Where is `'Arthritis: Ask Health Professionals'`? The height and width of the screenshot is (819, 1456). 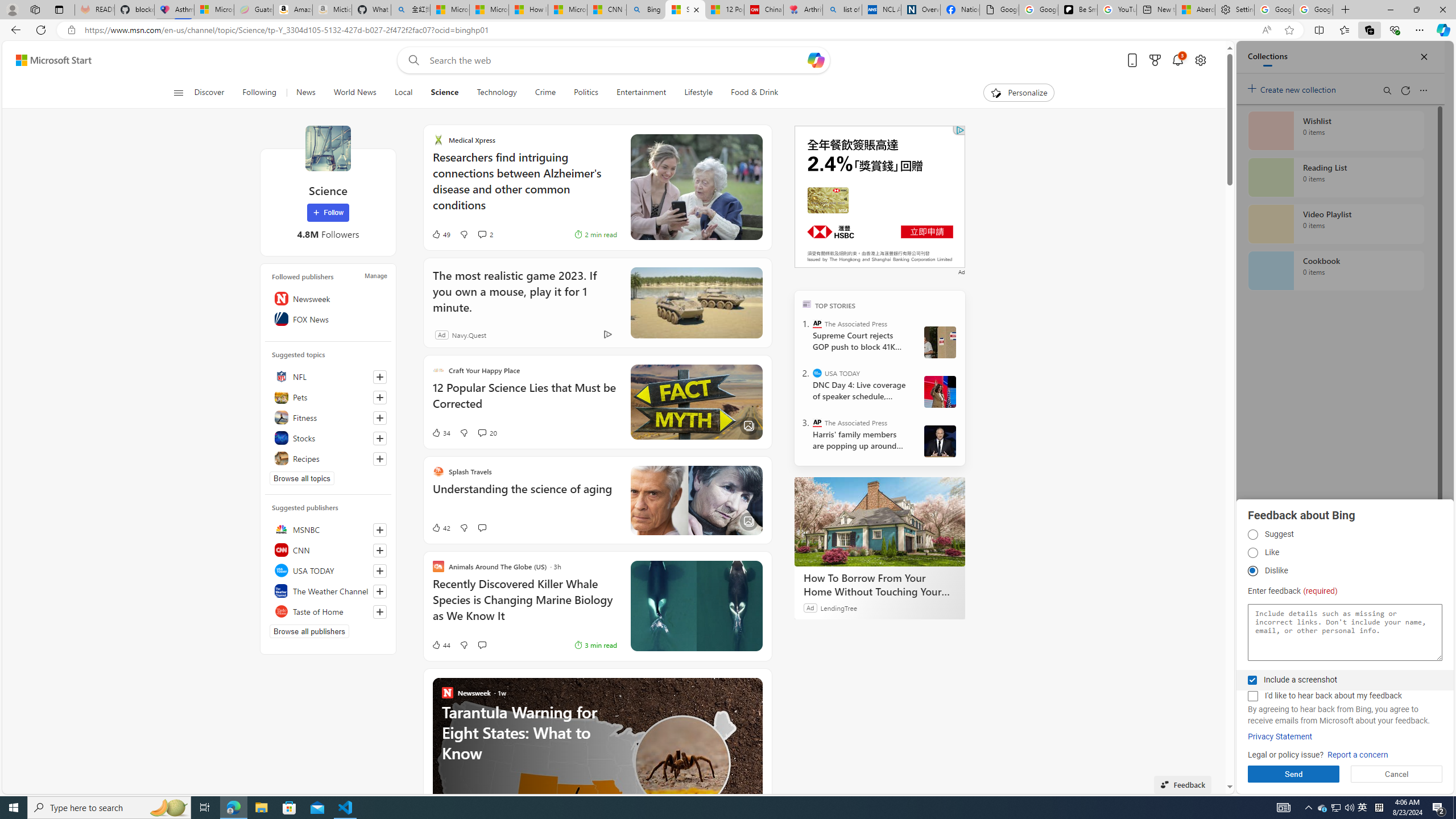 'Arthritis: Ask Health Professionals' is located at coordinates (802, 9).